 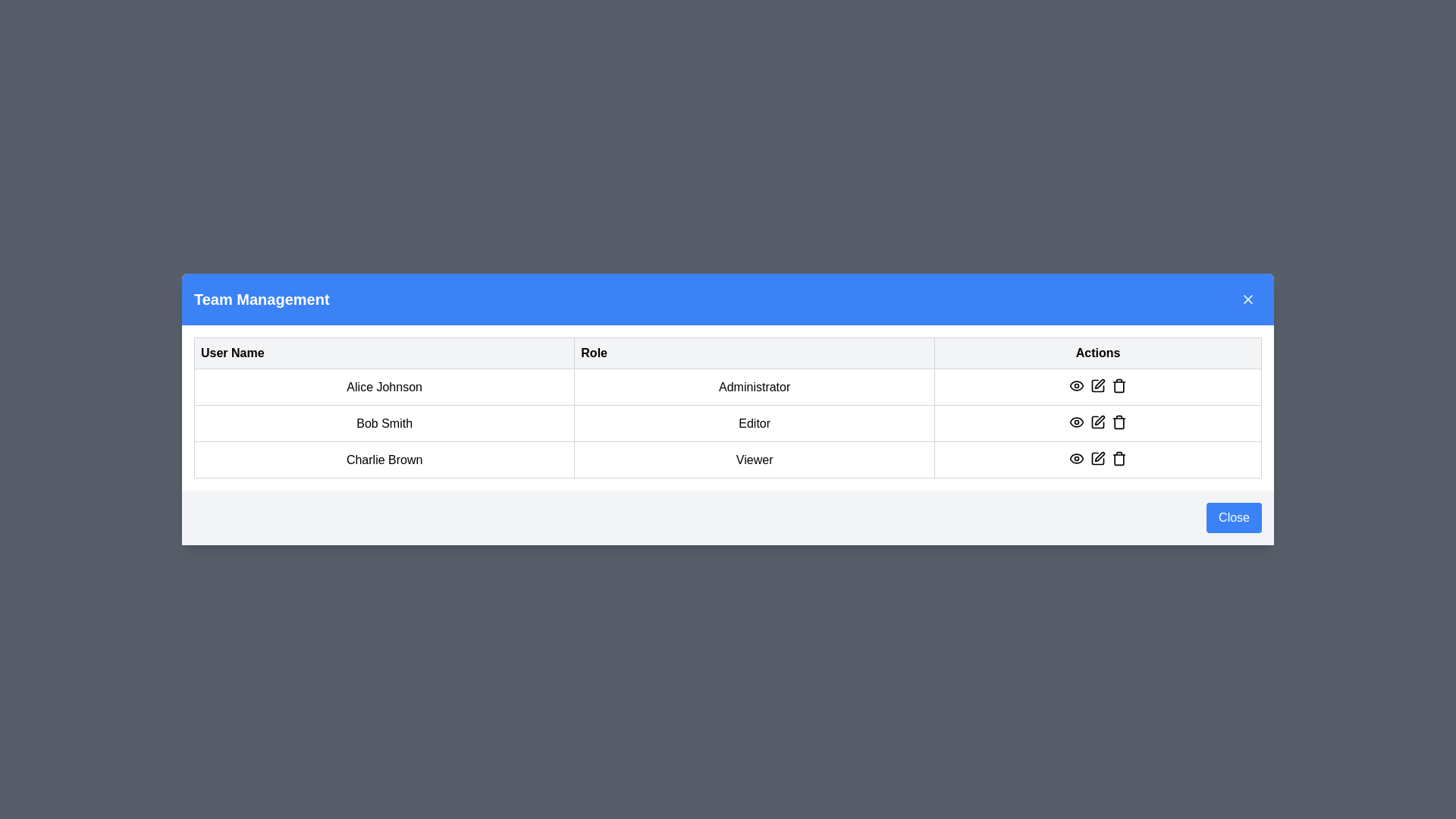 What do you see at coordinates (755, 386) in the screenshot?
I see `the text label displaying 'Administrator' located in the second column under the 'Role' header in the first row of the table in the 'Team Management' section` at bounding box center [755, 386].